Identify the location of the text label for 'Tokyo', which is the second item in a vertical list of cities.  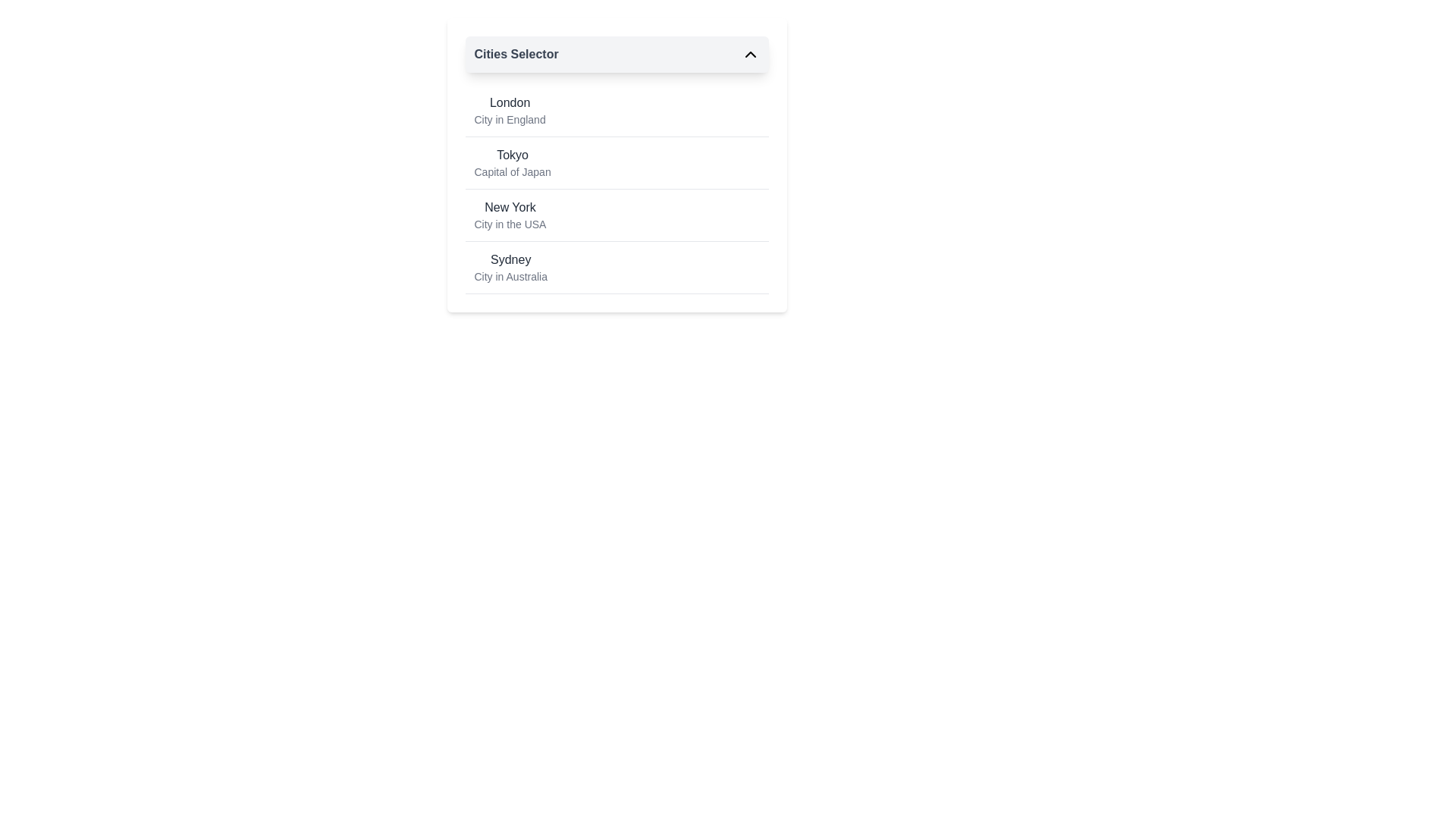
(513, 163).